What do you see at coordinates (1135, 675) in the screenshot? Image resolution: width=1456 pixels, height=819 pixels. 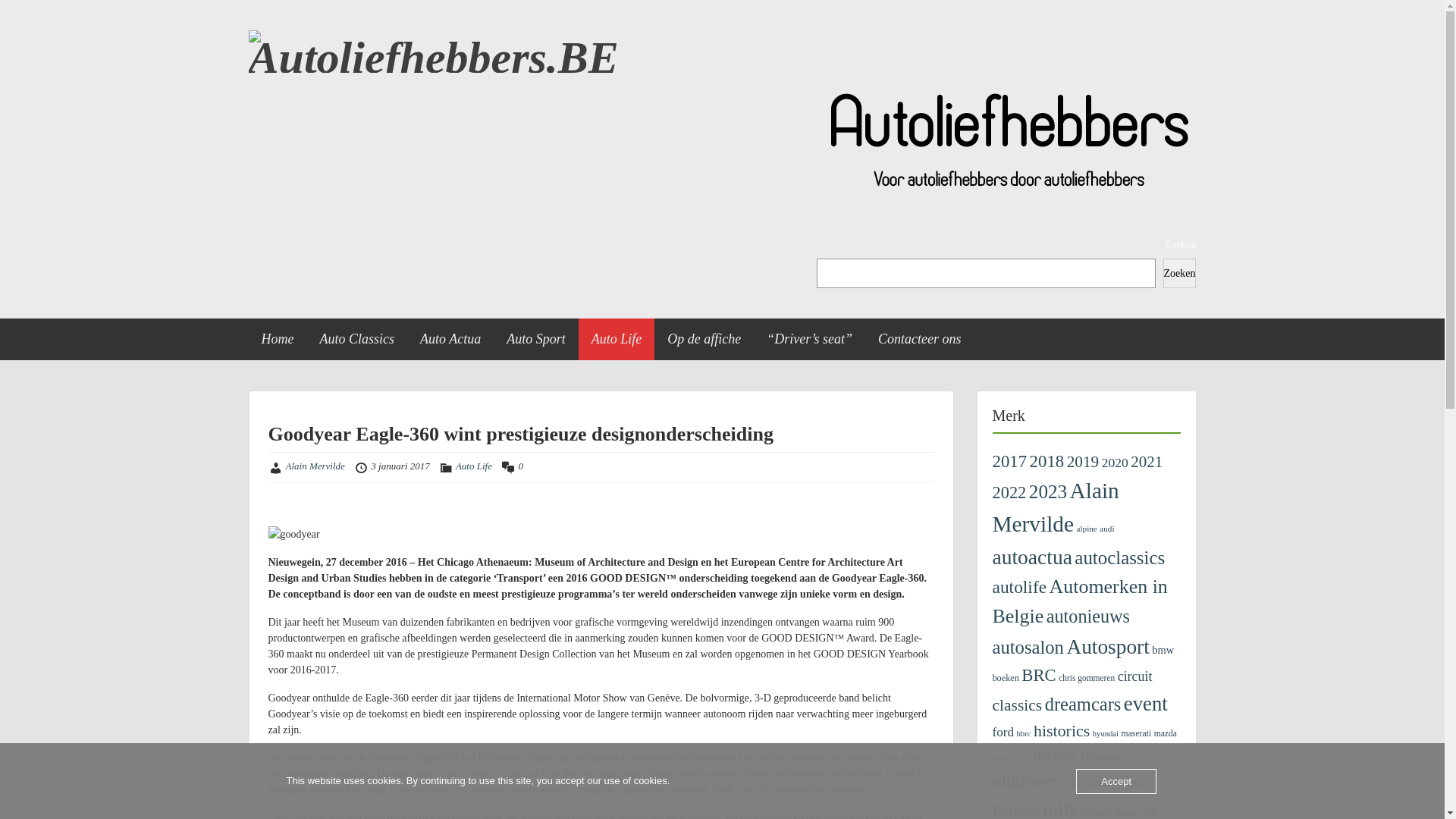 I see `'circuit'` at bounding box center [1135, 675].